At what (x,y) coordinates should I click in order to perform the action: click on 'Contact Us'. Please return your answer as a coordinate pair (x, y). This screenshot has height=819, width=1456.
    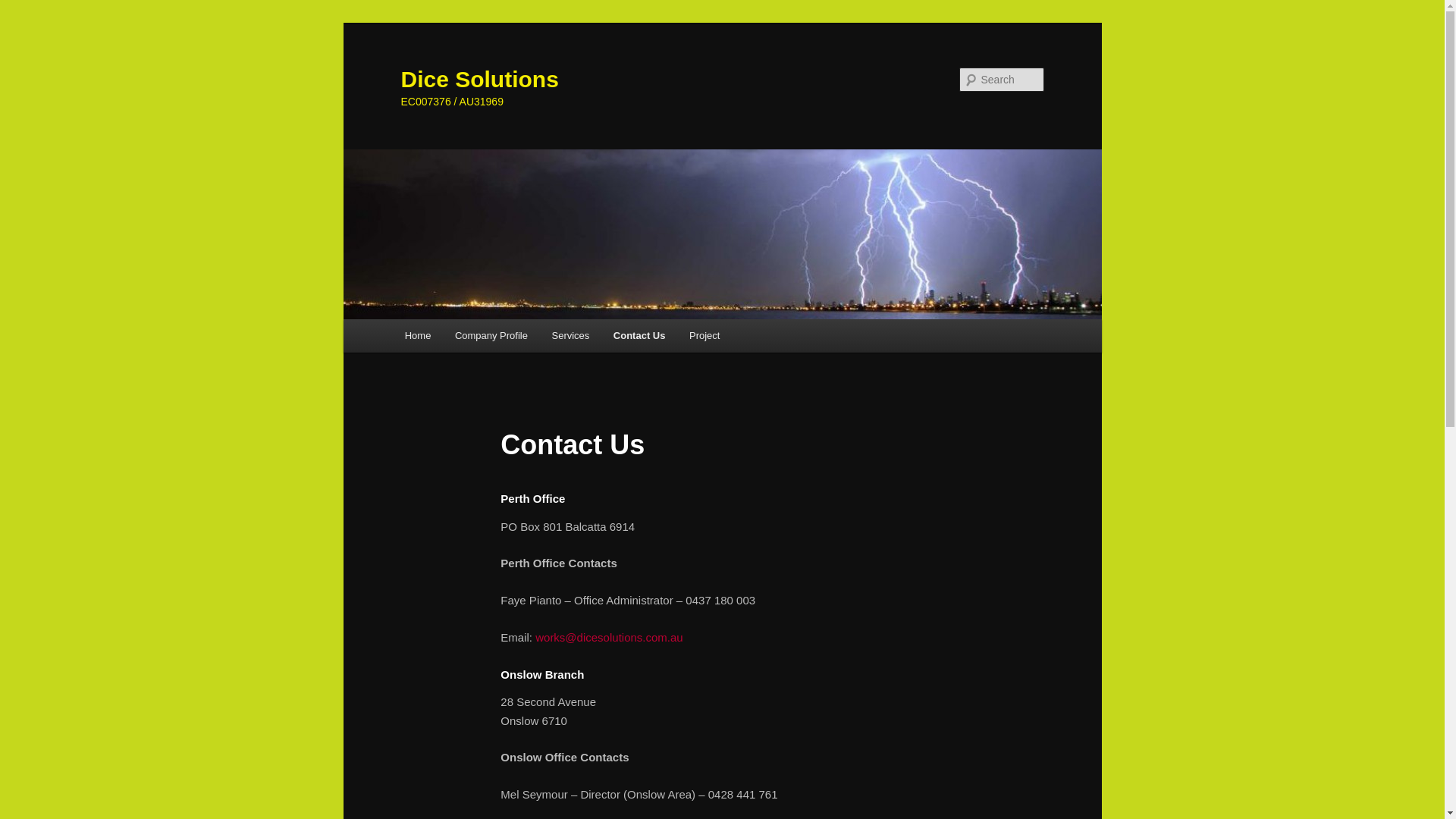
    Looking at the image, I should click on (639, 334).